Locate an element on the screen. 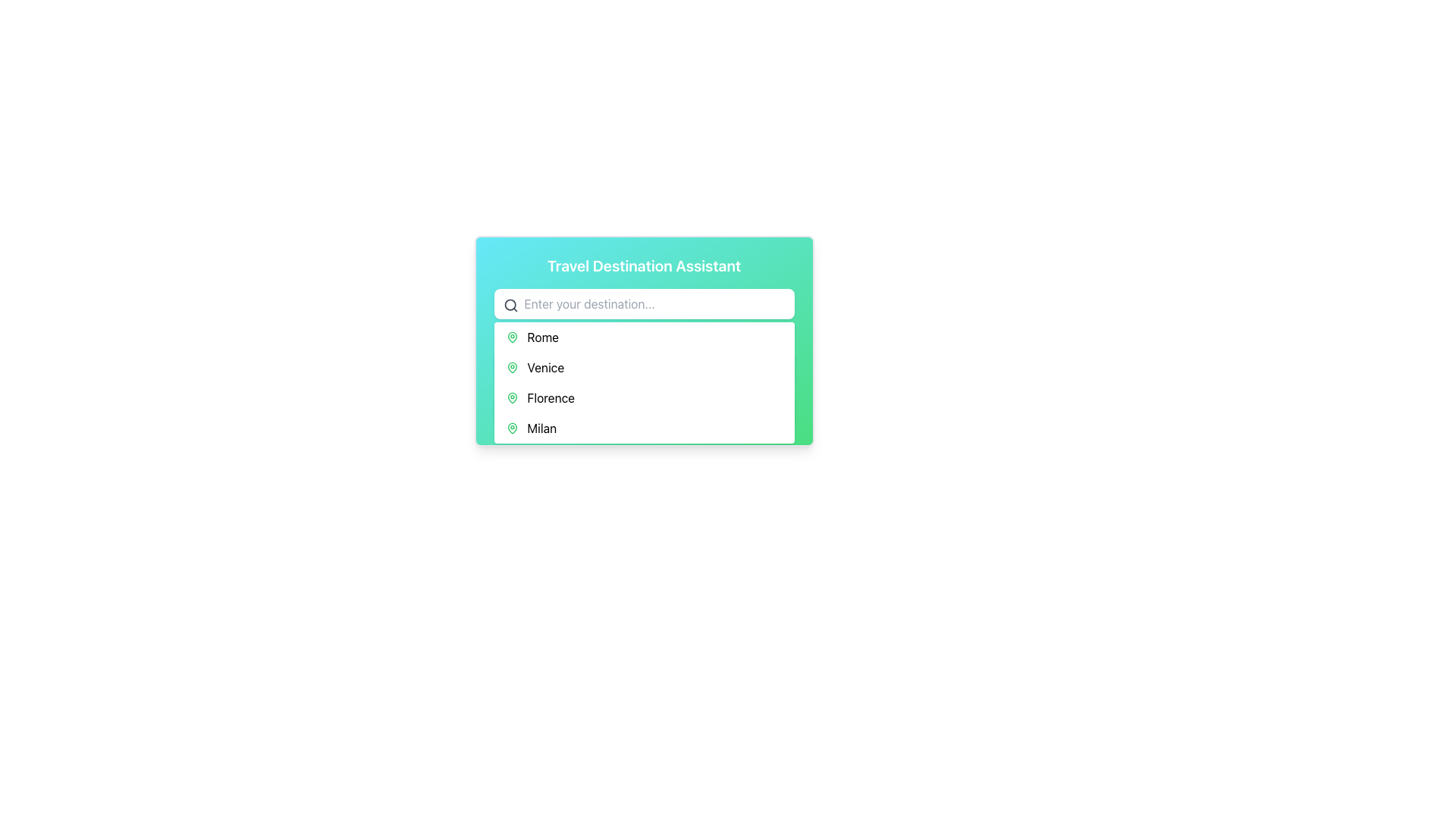  the second item in the list of destinations labeled 'Venice' is located at coordinates (644, 368).